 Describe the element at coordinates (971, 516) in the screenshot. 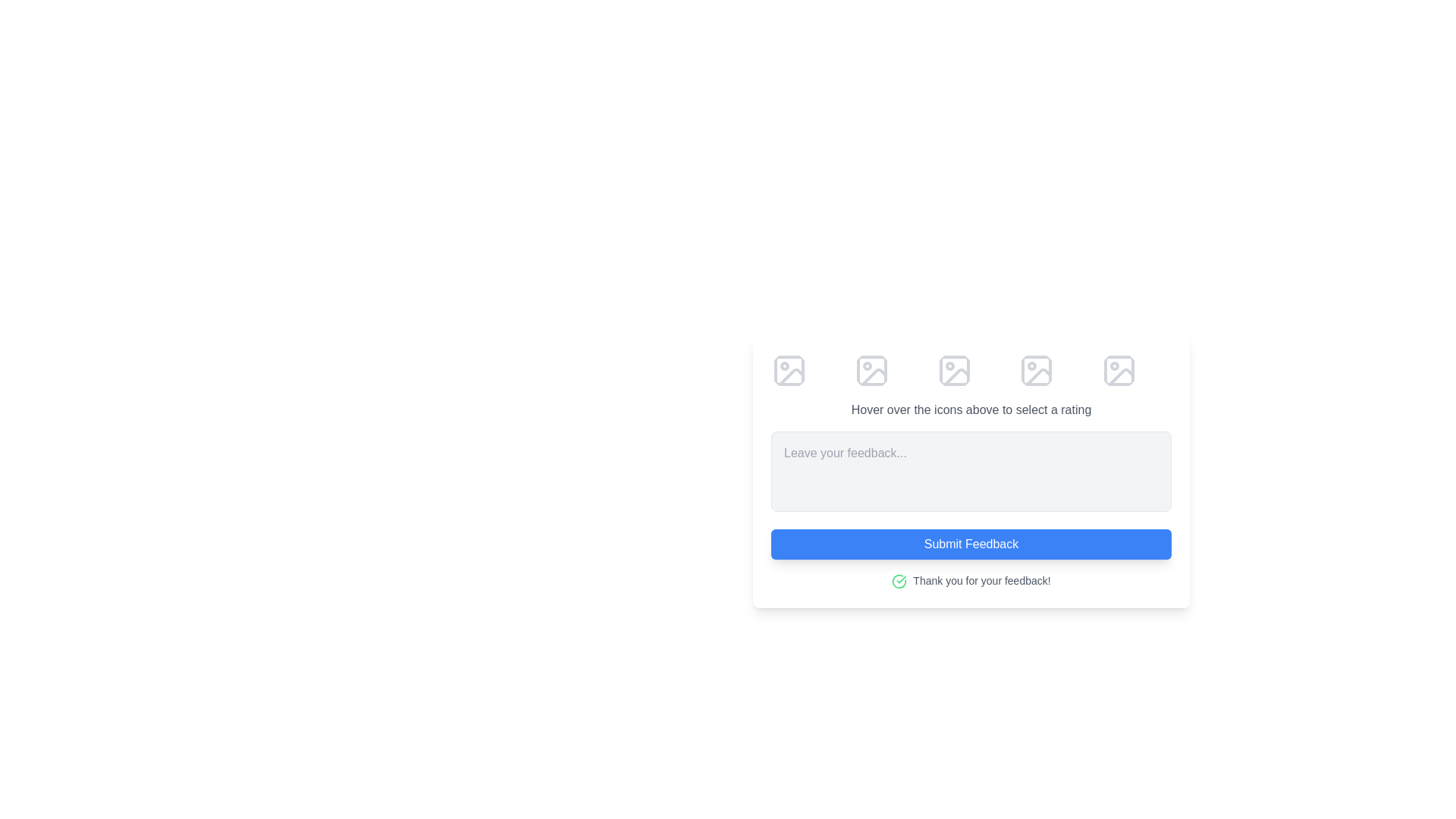

I see `the blue button with rounded corners labeled 'Submit Feedback'` at that location.